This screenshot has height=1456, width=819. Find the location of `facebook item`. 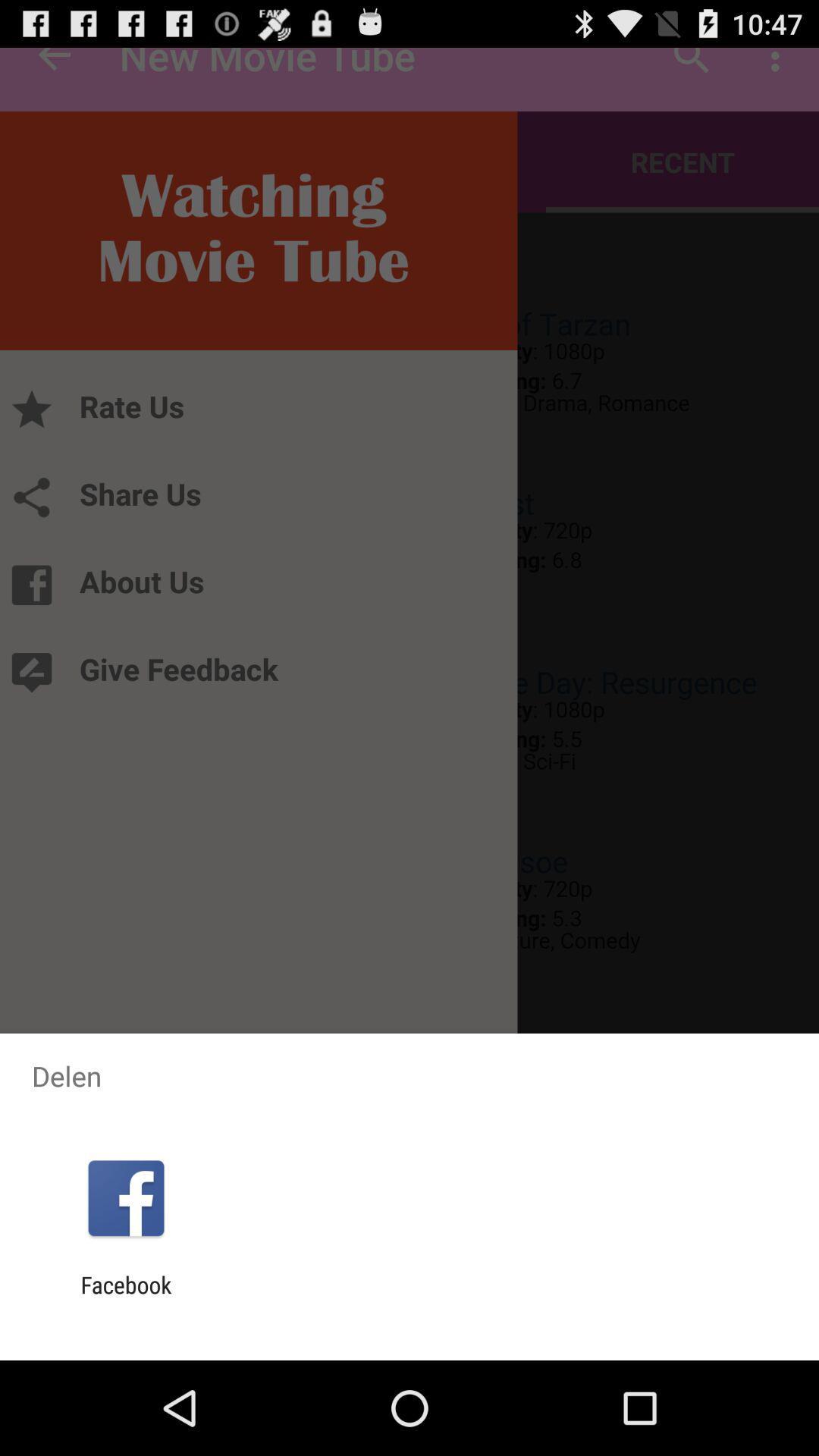

facebook item is located at coordinates (125, 1298).